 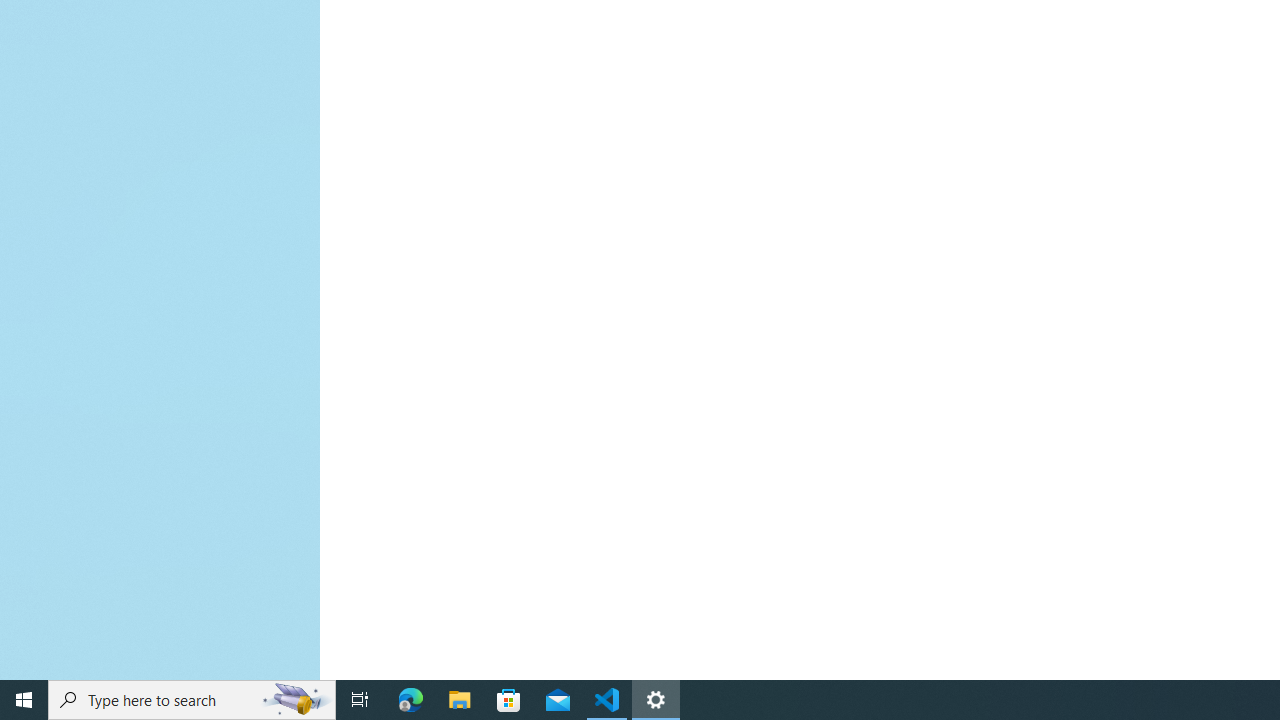 What do you see at coordinates (359, 698) in the screenshot?
I see `'Task View'` at bounding box center [359, 698].